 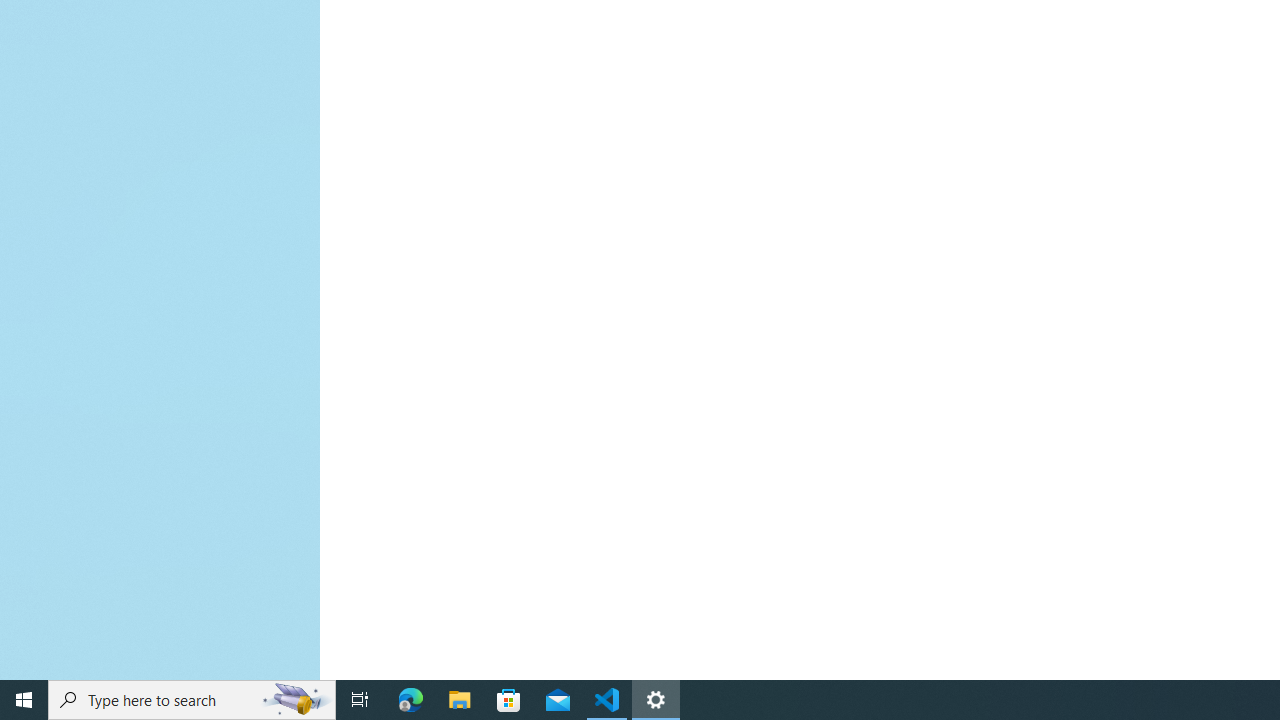 What do you see at coordinates (359, 698) in the screenshot?
I see `'Task View'` at bounding box center [359, 698].